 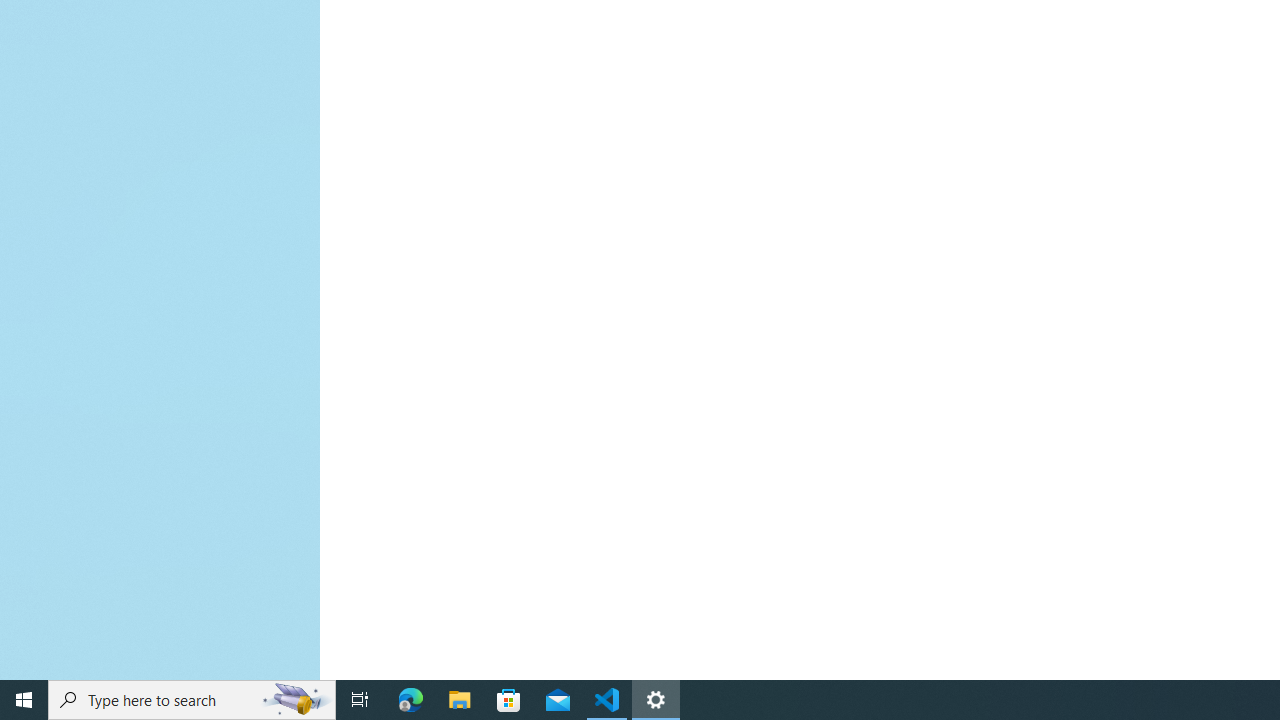 What do you see at coordinates (359, 698) in the screenshot?
I see `'Task View'` at bounding box center [359, 698].